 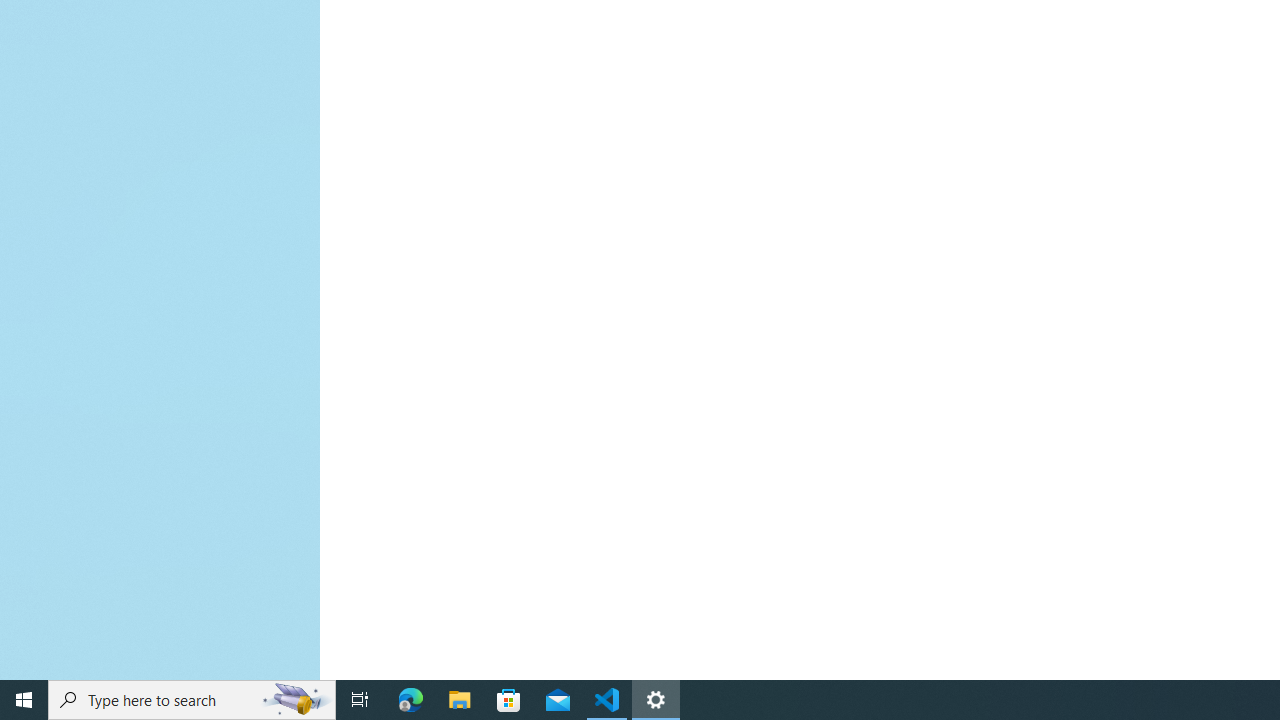 What do you see at coordinates (359, 698) in the screenshot?
I see `'Task View'` at bounding box center [359, 698].